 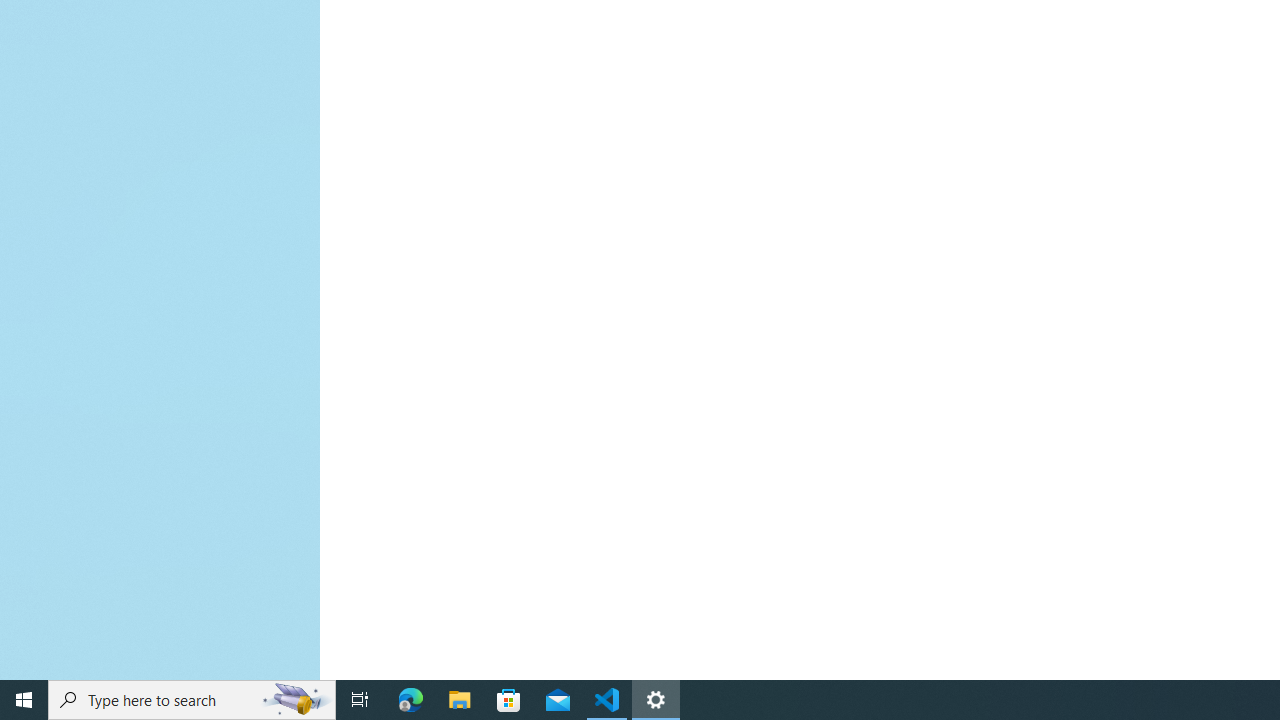 What do you see at coordinates (359, 698) in the screenshot?
I see `'Task View'` at bounding box center [359, 698].